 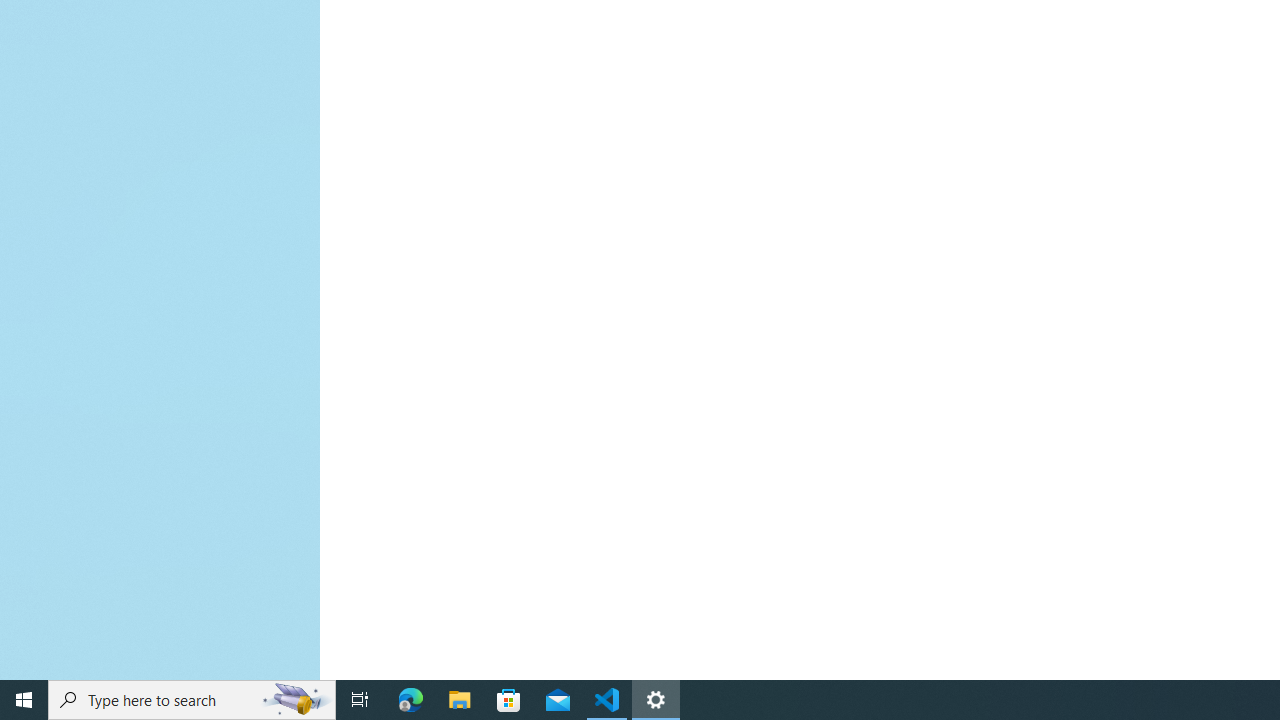 What do you see at coordinates (359, 698) in the screenshot?
I see `'Task View'` at bounding box center [359, 698].